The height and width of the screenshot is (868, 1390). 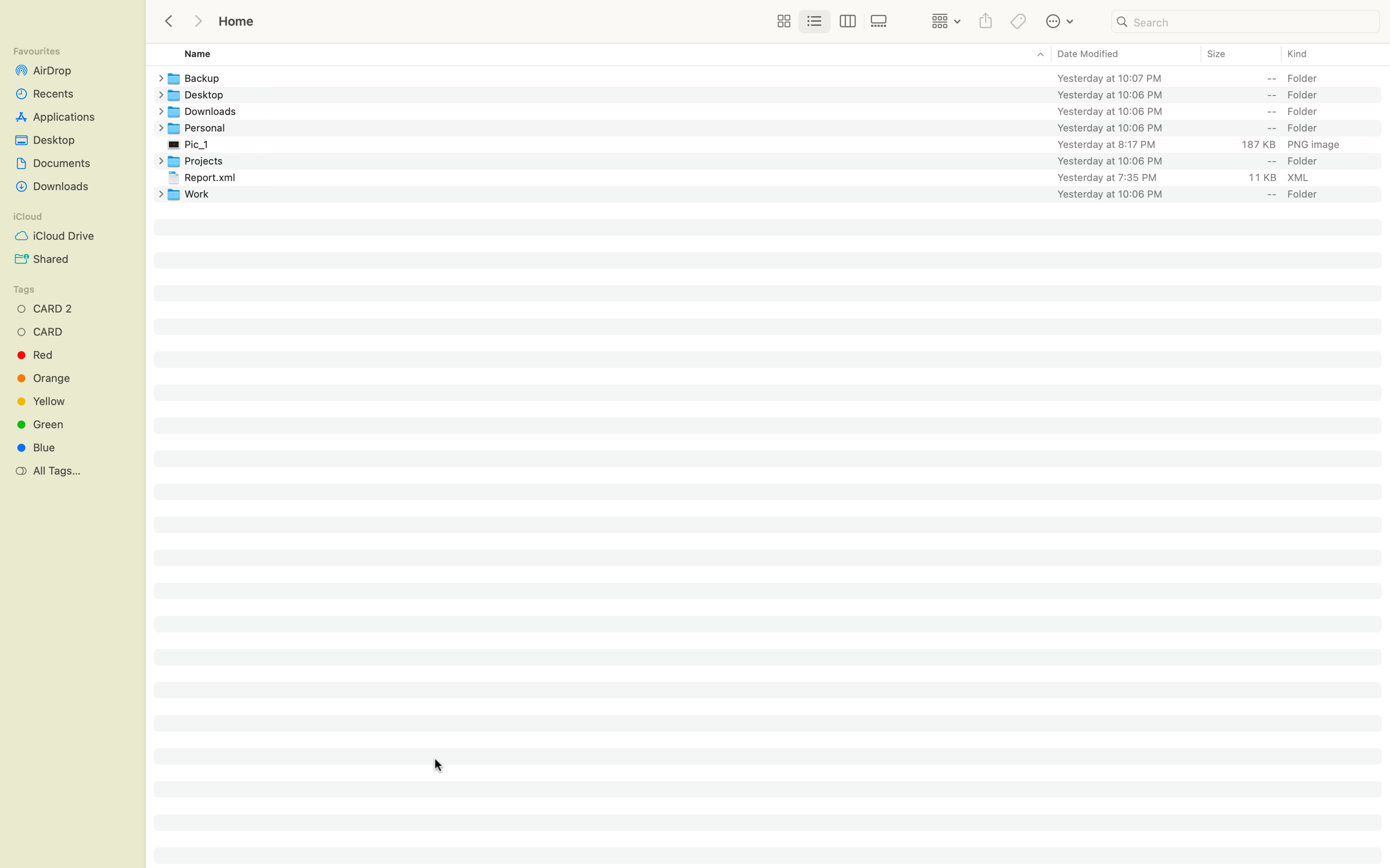 I want to click on Change the name of the folder "Projects" to "My Projects", so click(x=778, y=160).